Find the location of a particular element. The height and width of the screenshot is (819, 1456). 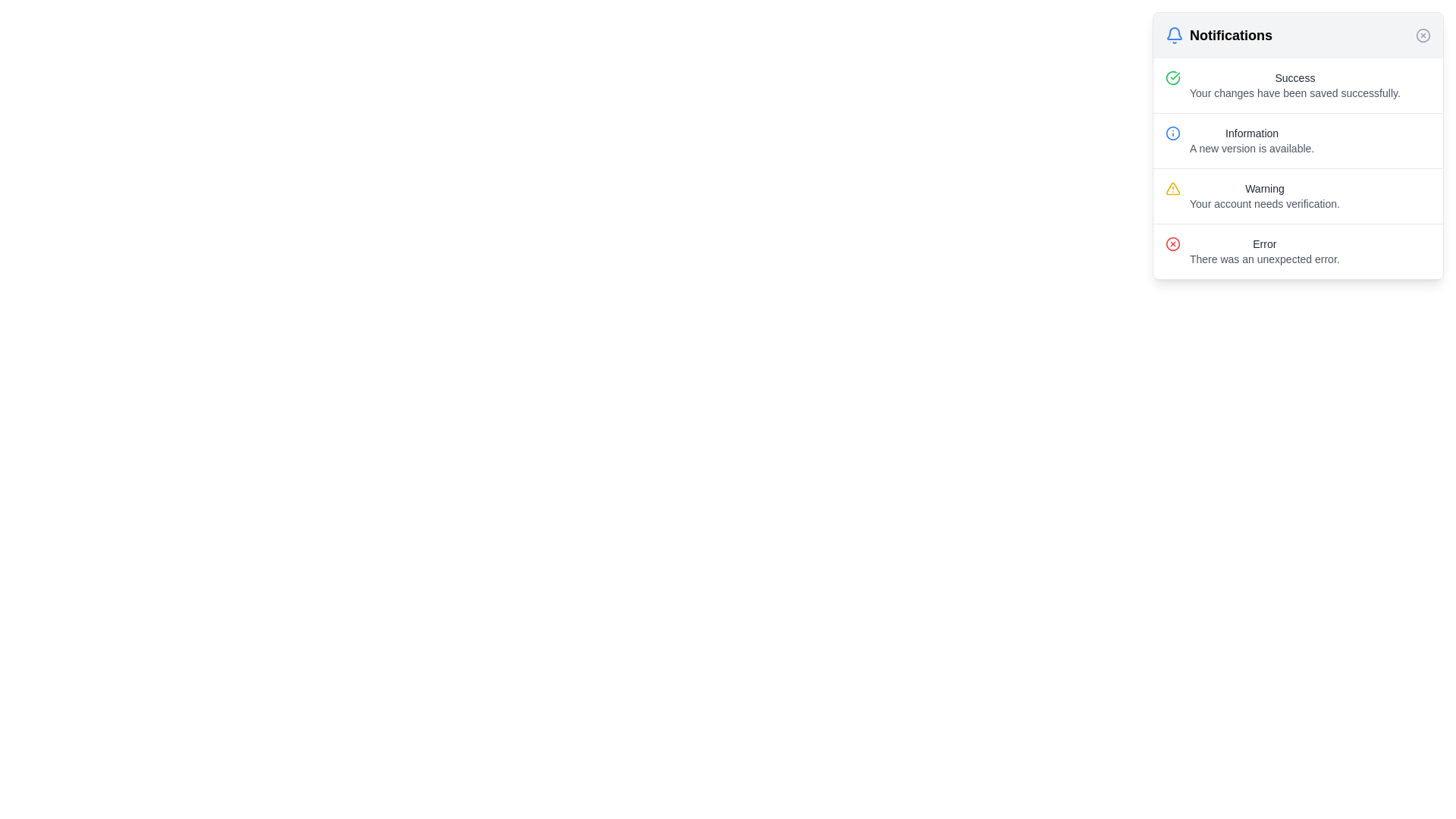

the informational Text Label indicating a new version availability, located in the notifications panel in the top-right corner of the user interface is located at coordinates (1252, 149).